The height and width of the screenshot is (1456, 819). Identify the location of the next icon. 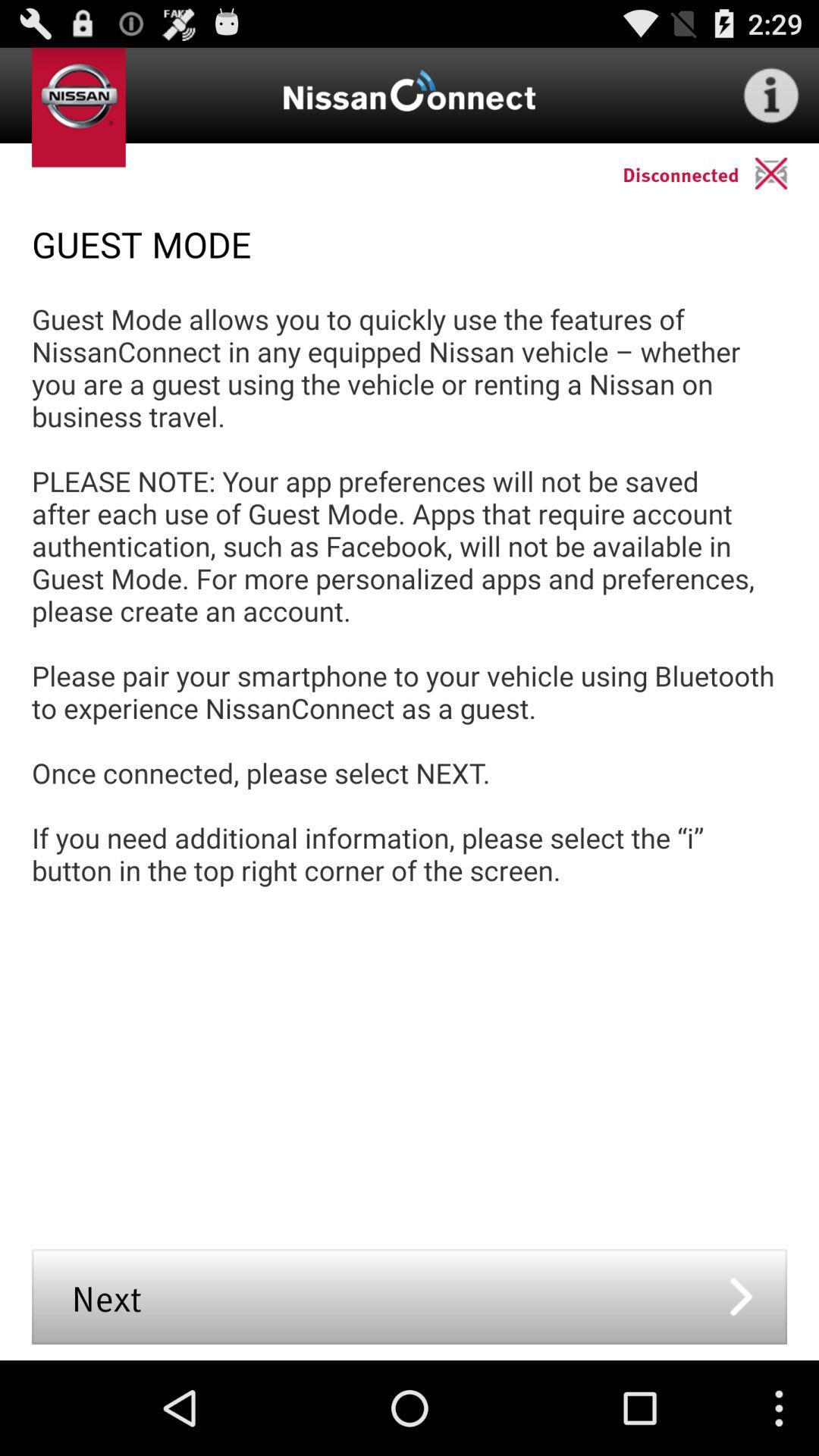
(409, 1295).